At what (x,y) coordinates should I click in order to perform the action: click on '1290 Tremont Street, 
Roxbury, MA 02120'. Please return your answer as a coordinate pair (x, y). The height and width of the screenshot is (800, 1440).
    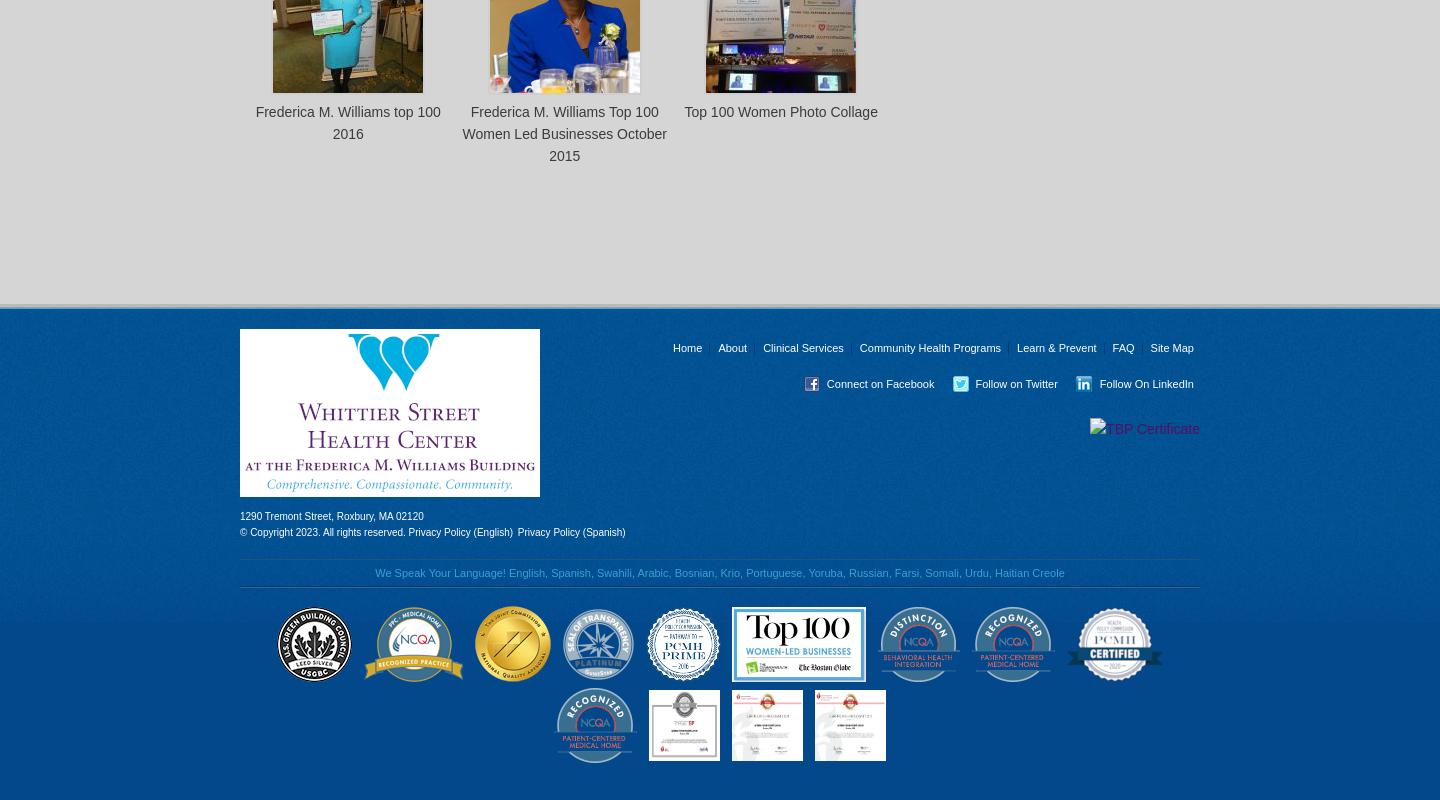
    Looking at the image, I should click on (331, 515).